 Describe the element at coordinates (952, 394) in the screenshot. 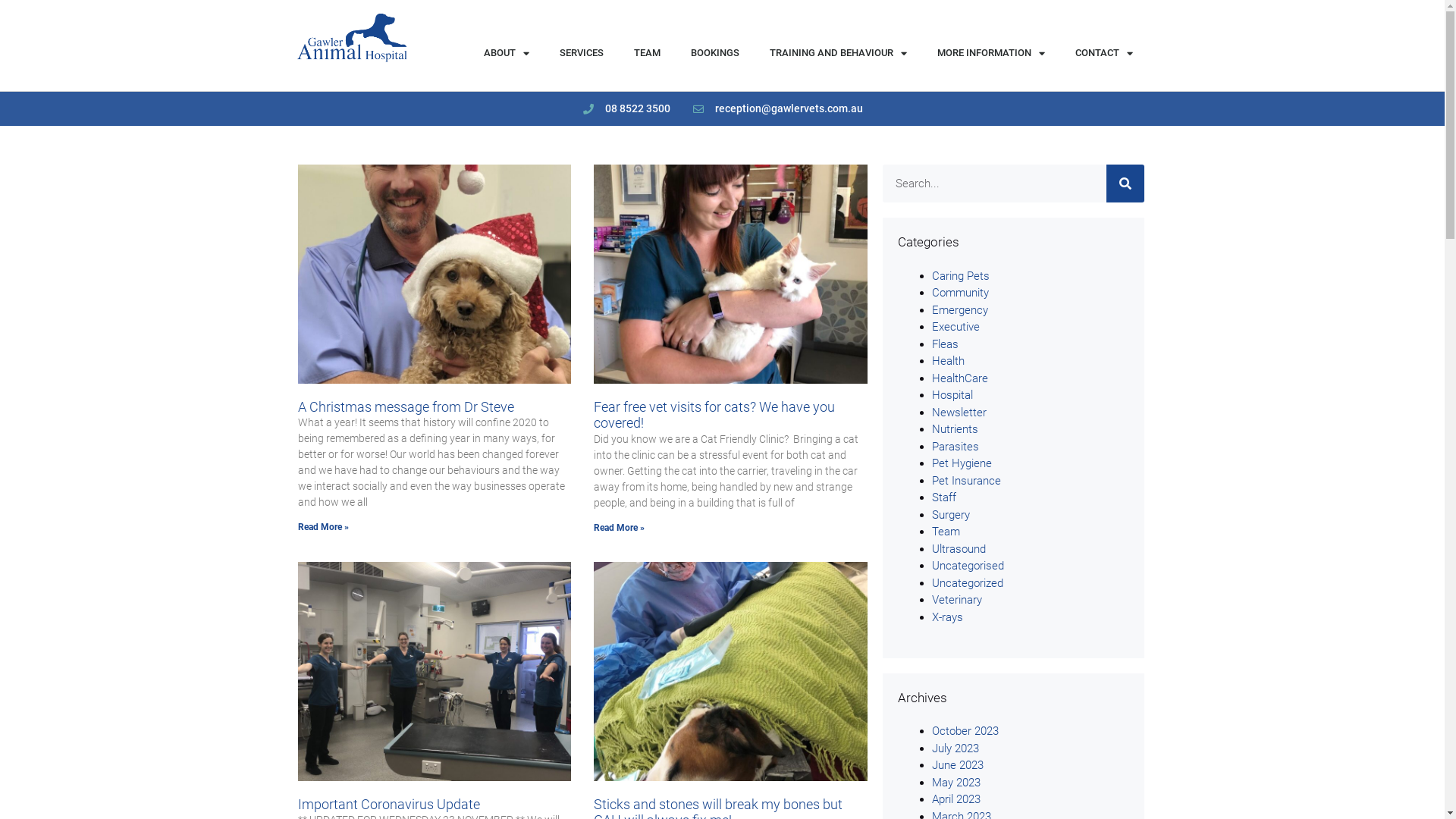

I see `'Hospital'` at that location.